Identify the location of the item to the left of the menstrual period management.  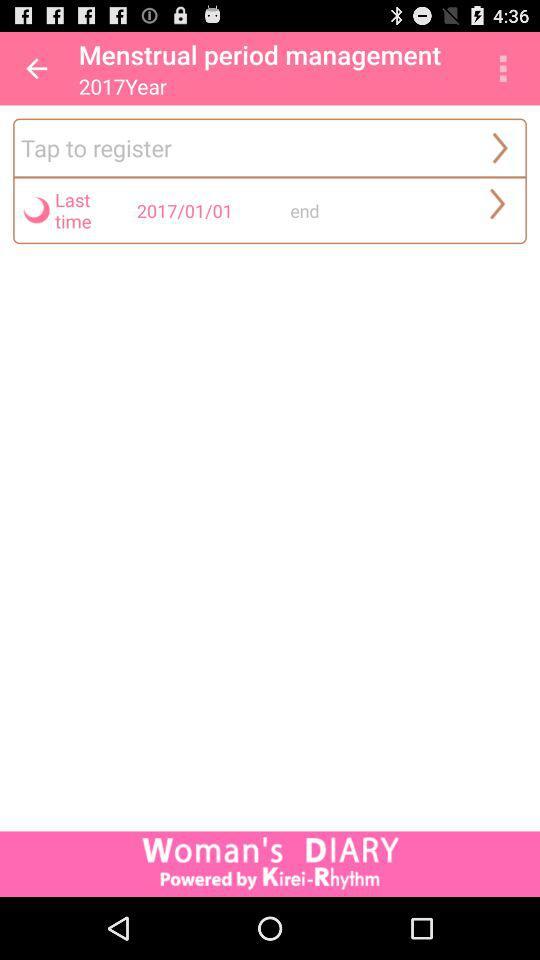
(36, 68).